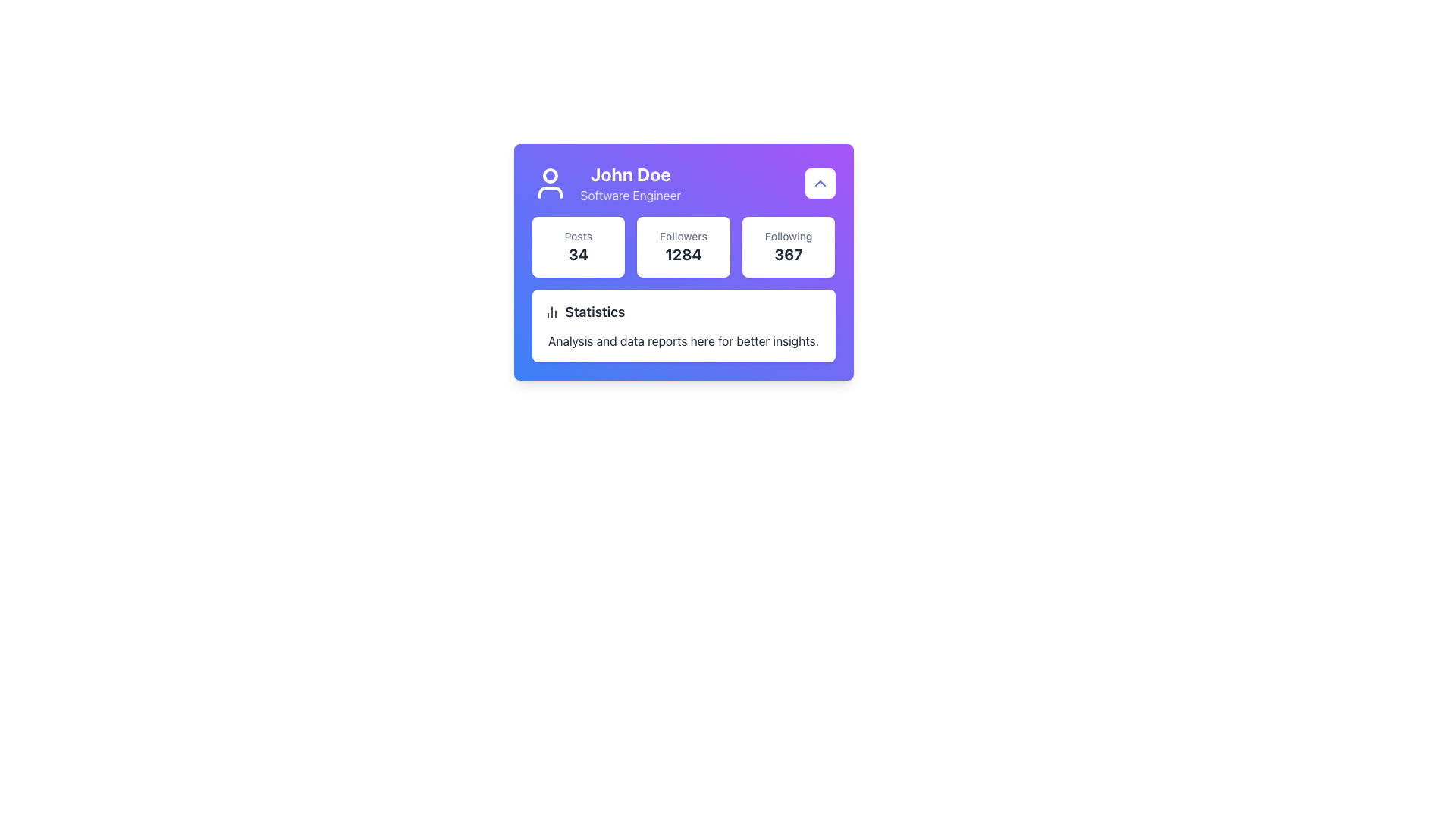 The width and height of the screenshot is (1456, 819). What do you see at coordinates (682, 325) in the screenshot?
I see `the informational panel located at the bottom section of the card layout, beneath the statistics boxes labeled 'Posts', 'Followers', and 'Following'` at bounding box center [682, 325].